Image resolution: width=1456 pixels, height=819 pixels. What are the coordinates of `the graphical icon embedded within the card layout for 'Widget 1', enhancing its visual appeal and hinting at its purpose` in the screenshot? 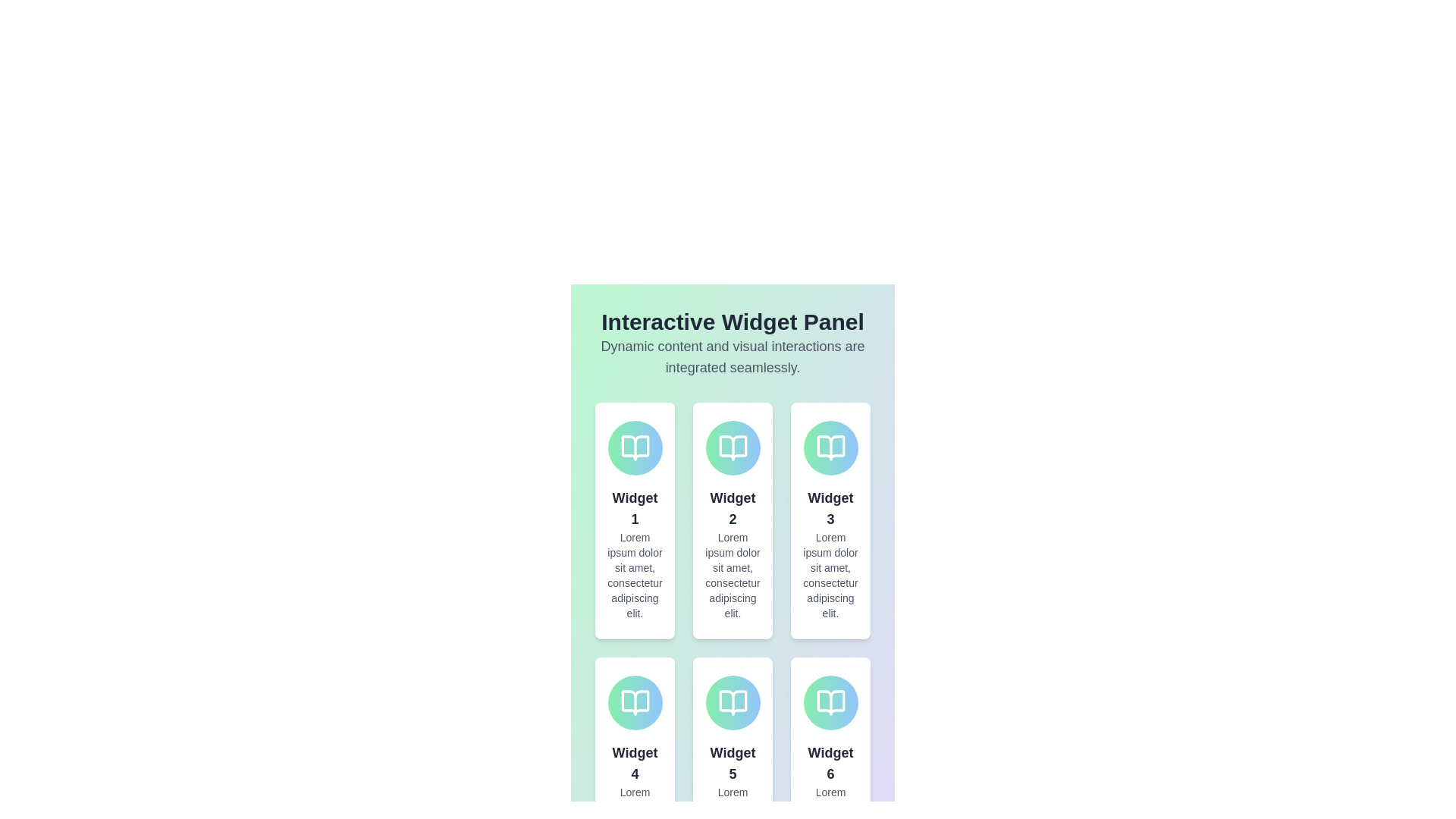 It's located at (635, 447).